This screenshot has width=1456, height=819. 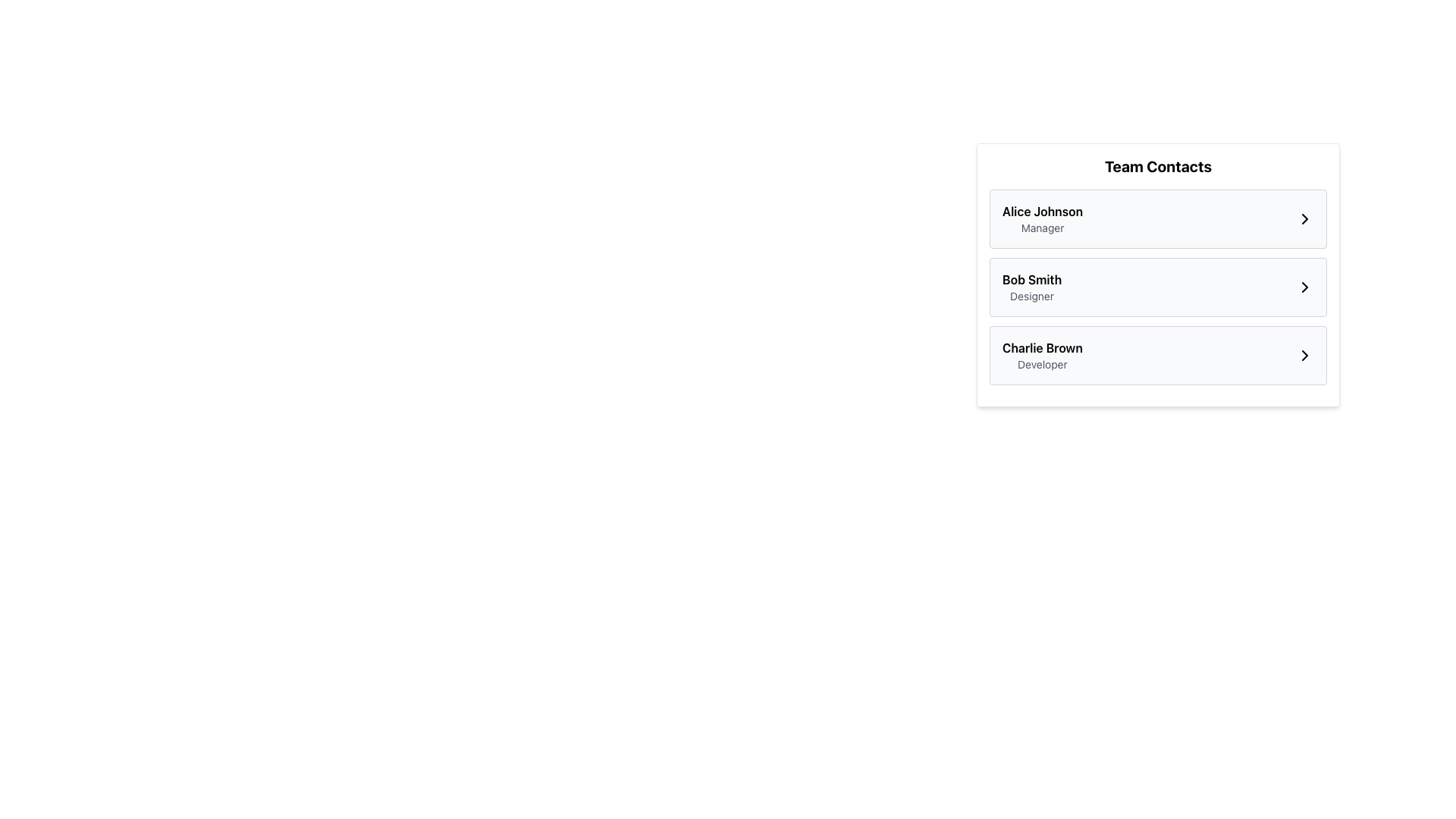 What do you see at coordinates (1041, 348) in the screenshot?
I see `the bold text element displaying the name 'Charlie Brown', which is positioned as the title of a contact card entry in the third row of contact cards` at bounding box center [1041, 348].